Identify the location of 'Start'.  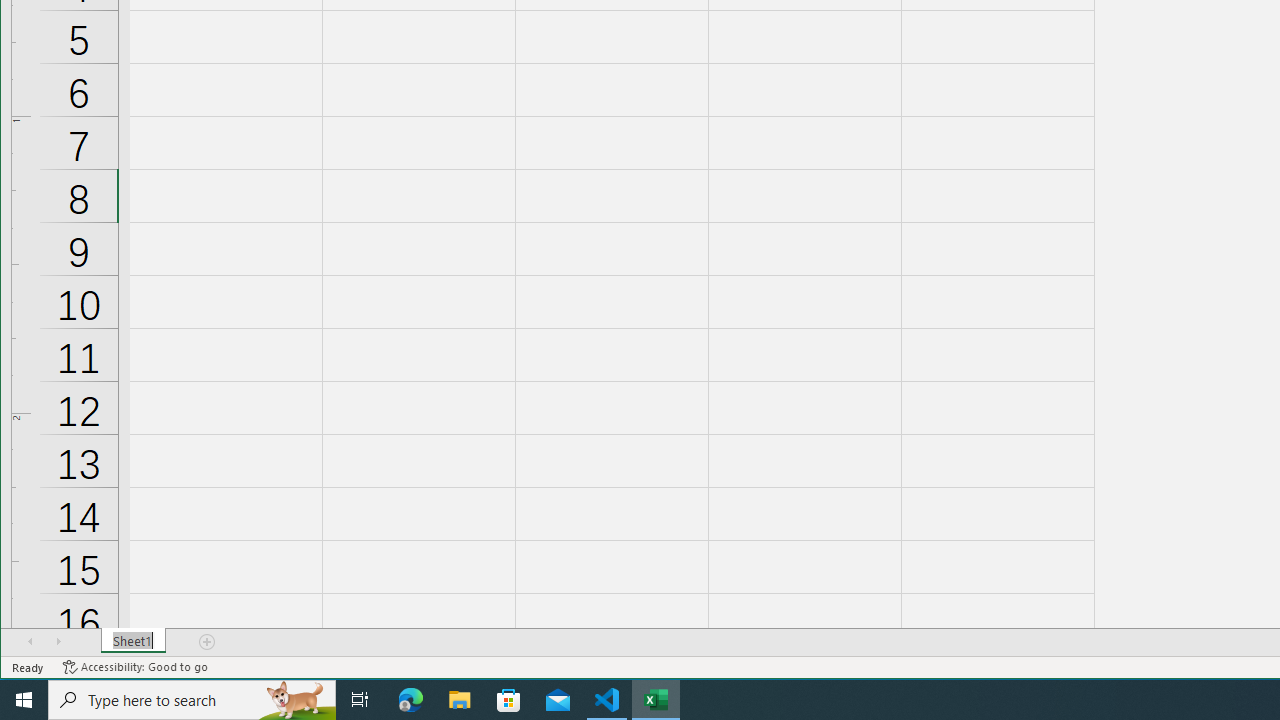
(24, 698).